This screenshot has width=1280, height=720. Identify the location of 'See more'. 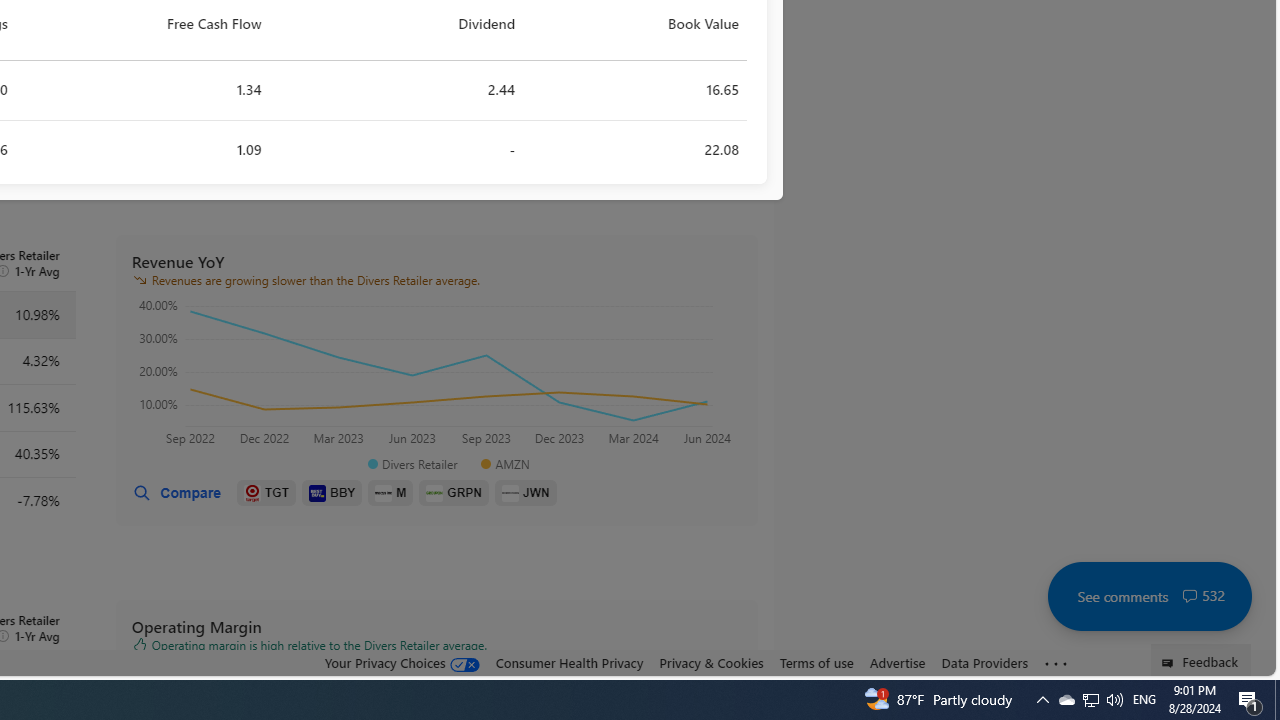
(1055, 664).